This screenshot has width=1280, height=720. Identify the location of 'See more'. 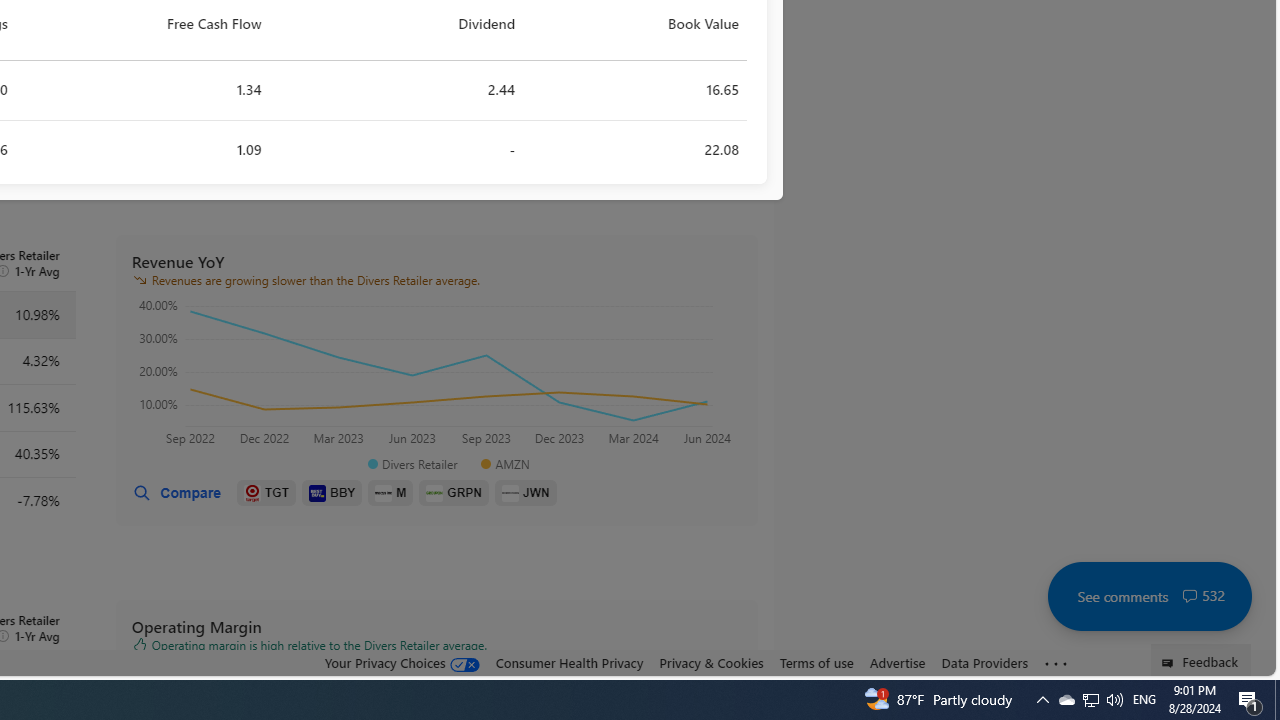
(1055, 664).